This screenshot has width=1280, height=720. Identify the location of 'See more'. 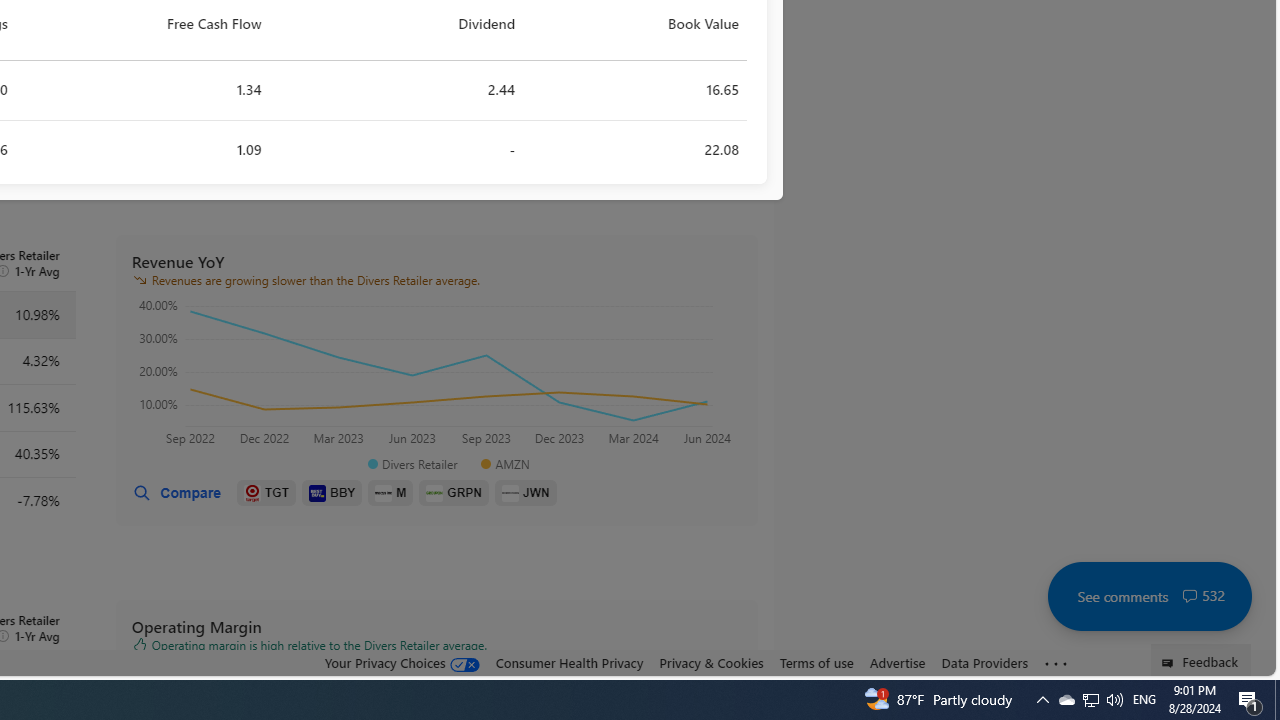
(1055, 664).